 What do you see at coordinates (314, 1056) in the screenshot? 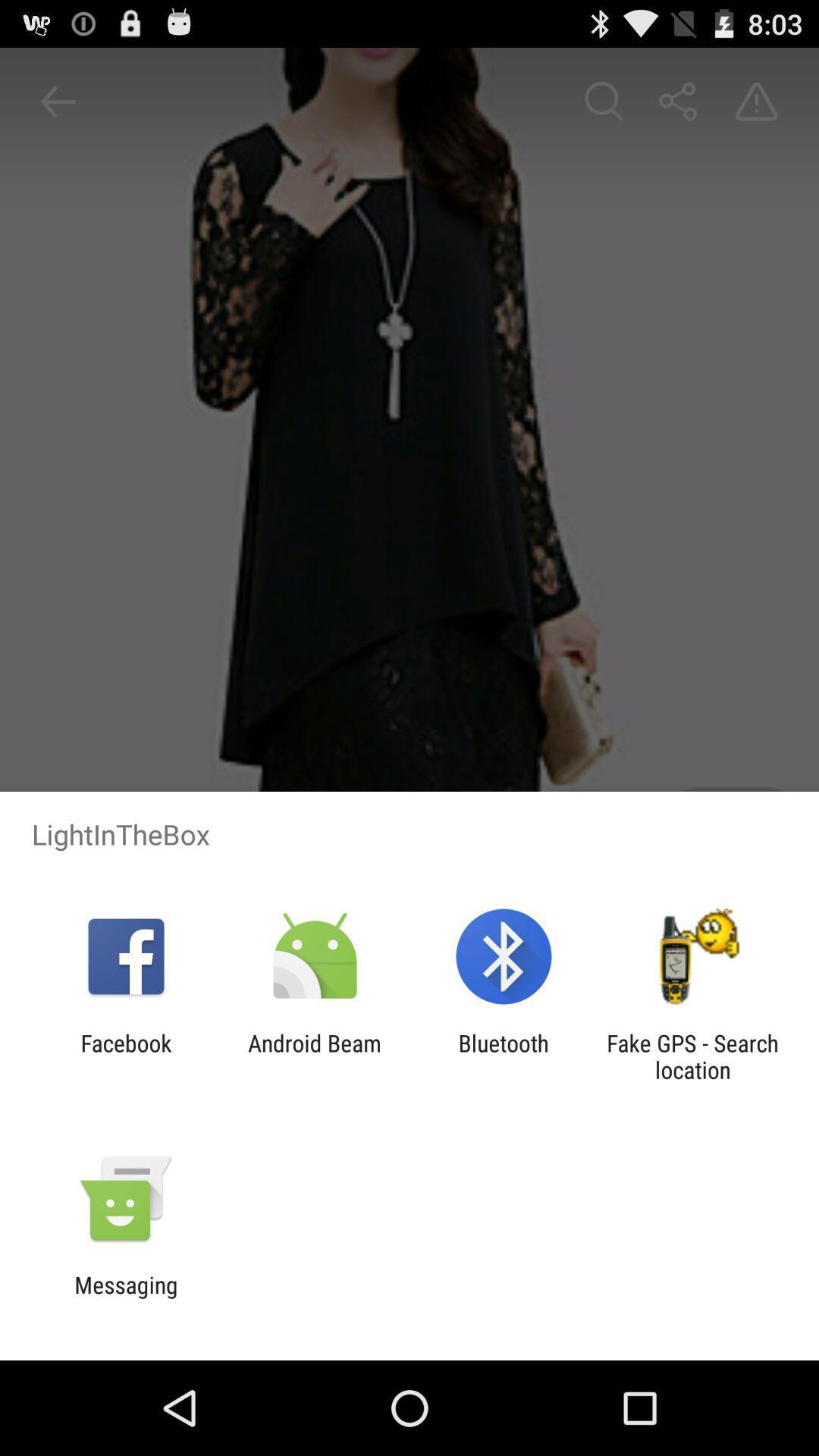
I see `android beam app` at bounding box center [314, 1056].